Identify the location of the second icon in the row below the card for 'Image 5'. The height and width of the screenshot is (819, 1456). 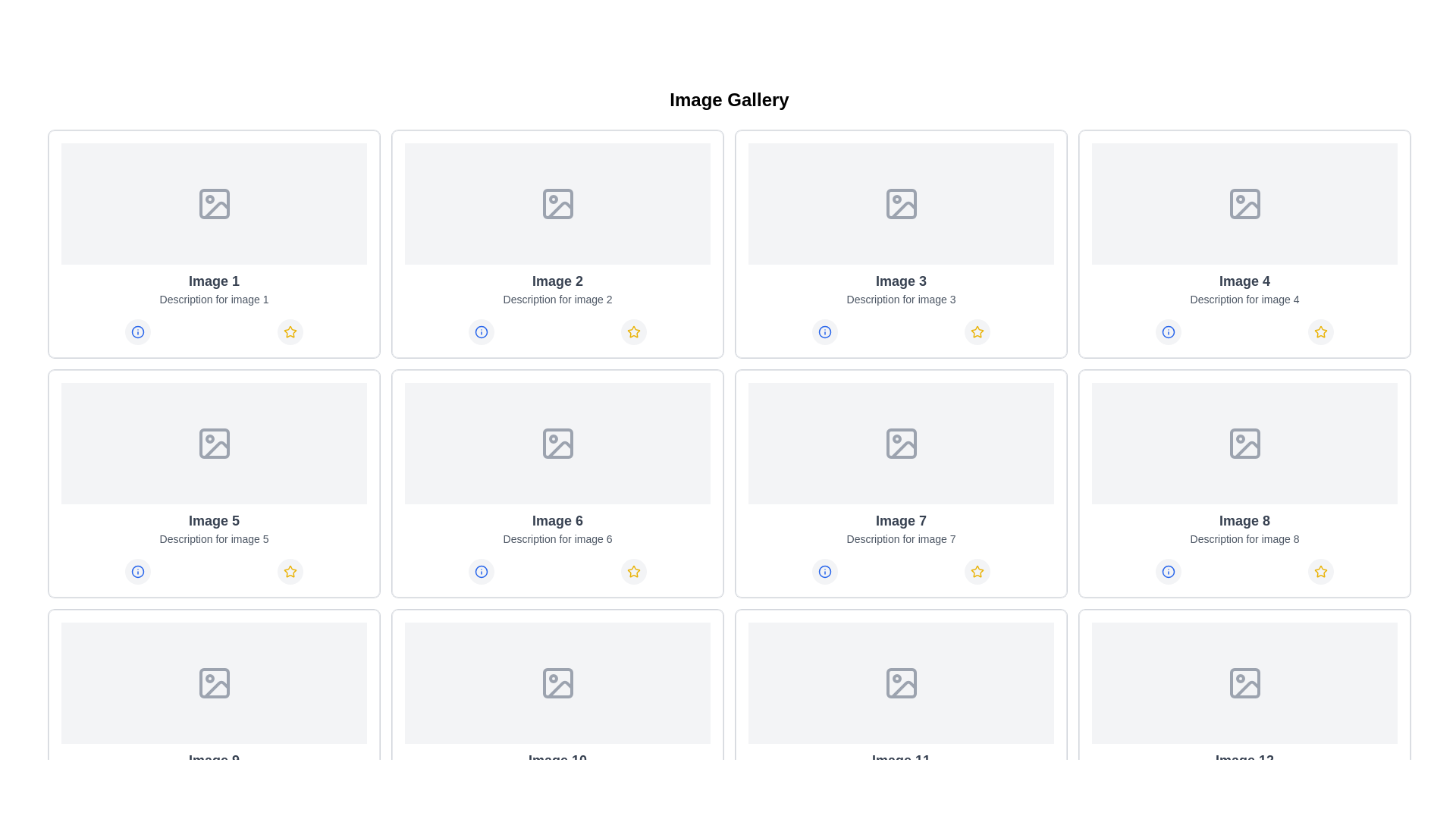
(290, 571).